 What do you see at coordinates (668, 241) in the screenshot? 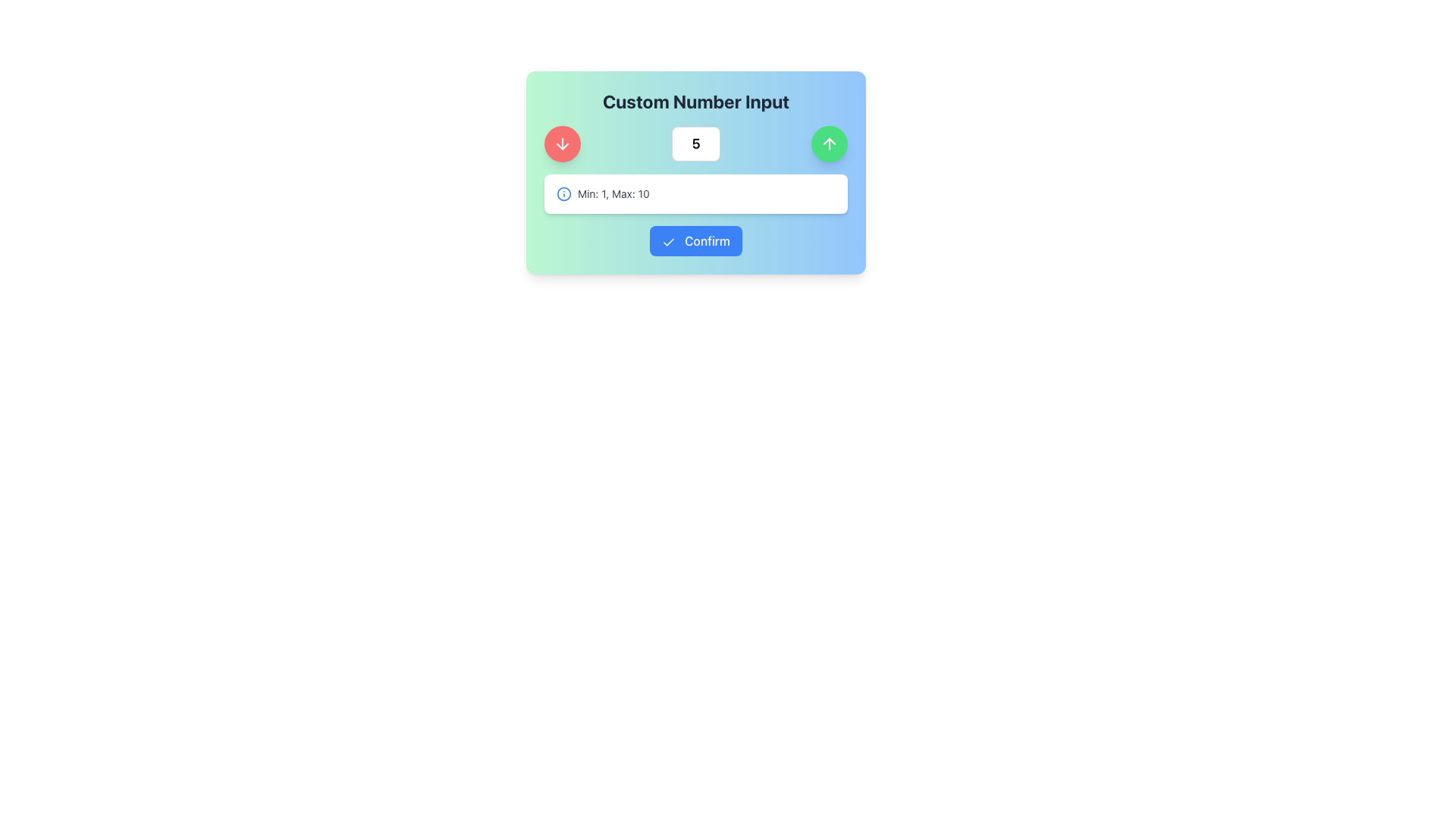
I see `the confirmation icon located within the blue 'Confirm' button to indicate a successful input action` at bounding box center [668, 241].